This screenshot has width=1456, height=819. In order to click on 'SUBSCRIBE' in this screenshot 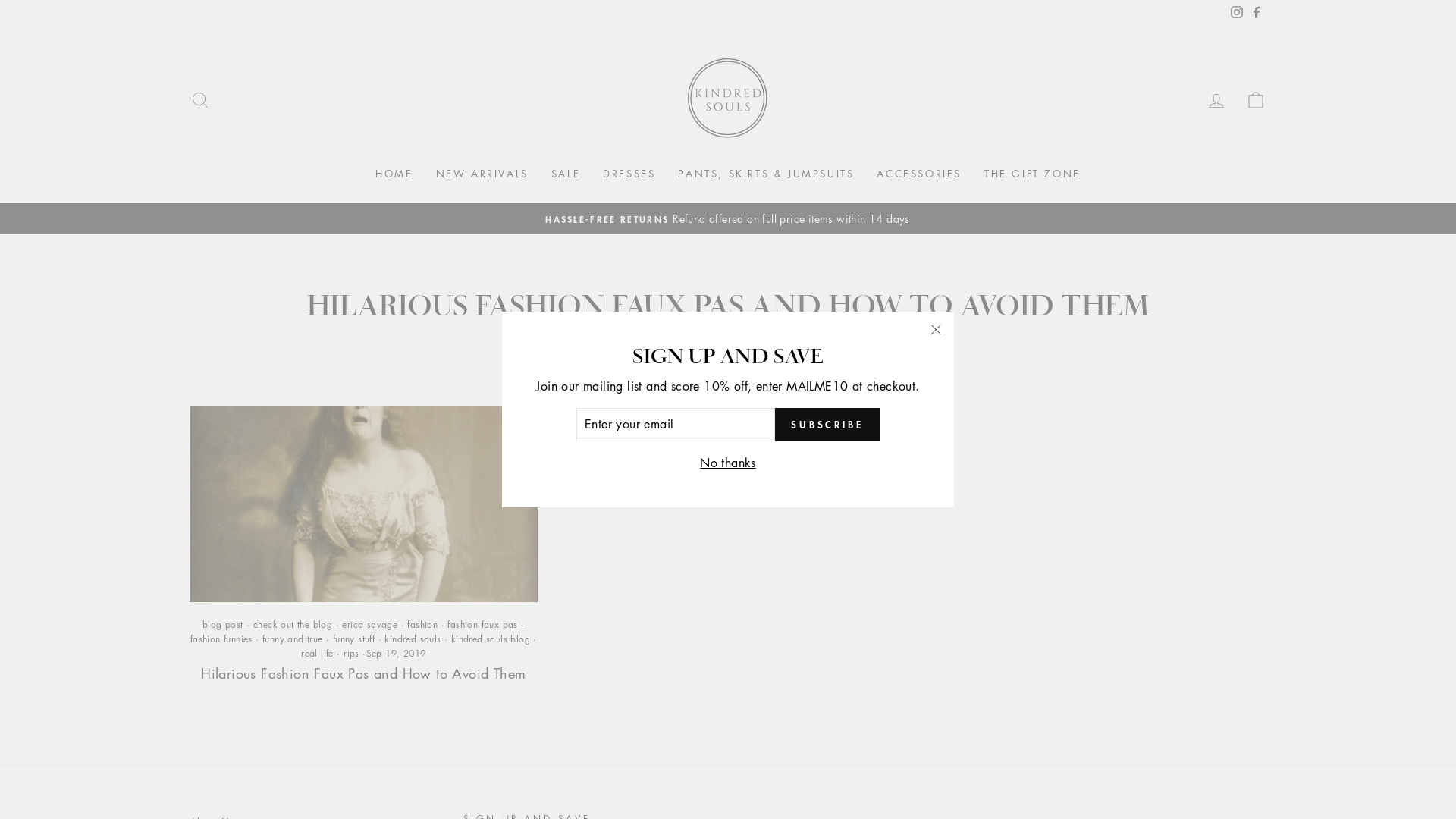, I will do `click(826, 424)`.